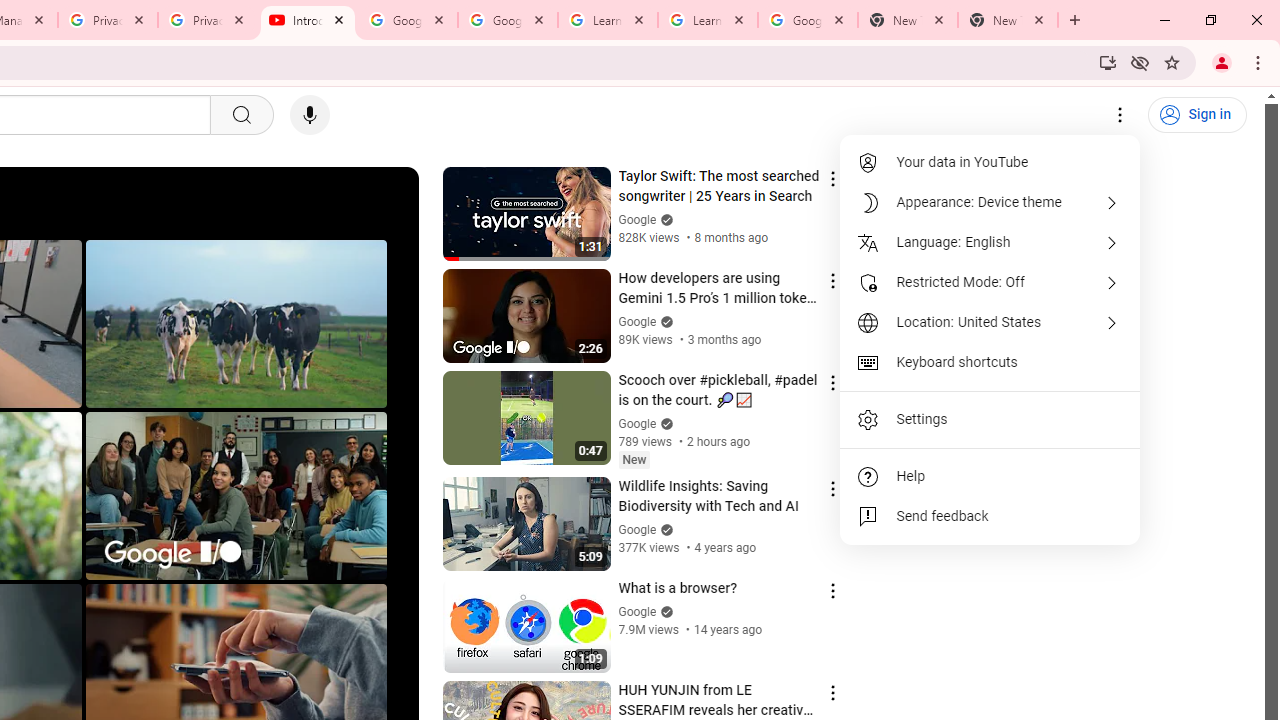 The image size is (1280, 720). What do you see at coordinates (990, 362) in the screenshot?
I see `'Keyboard shortcuts'` at bounding box center [990, 362].